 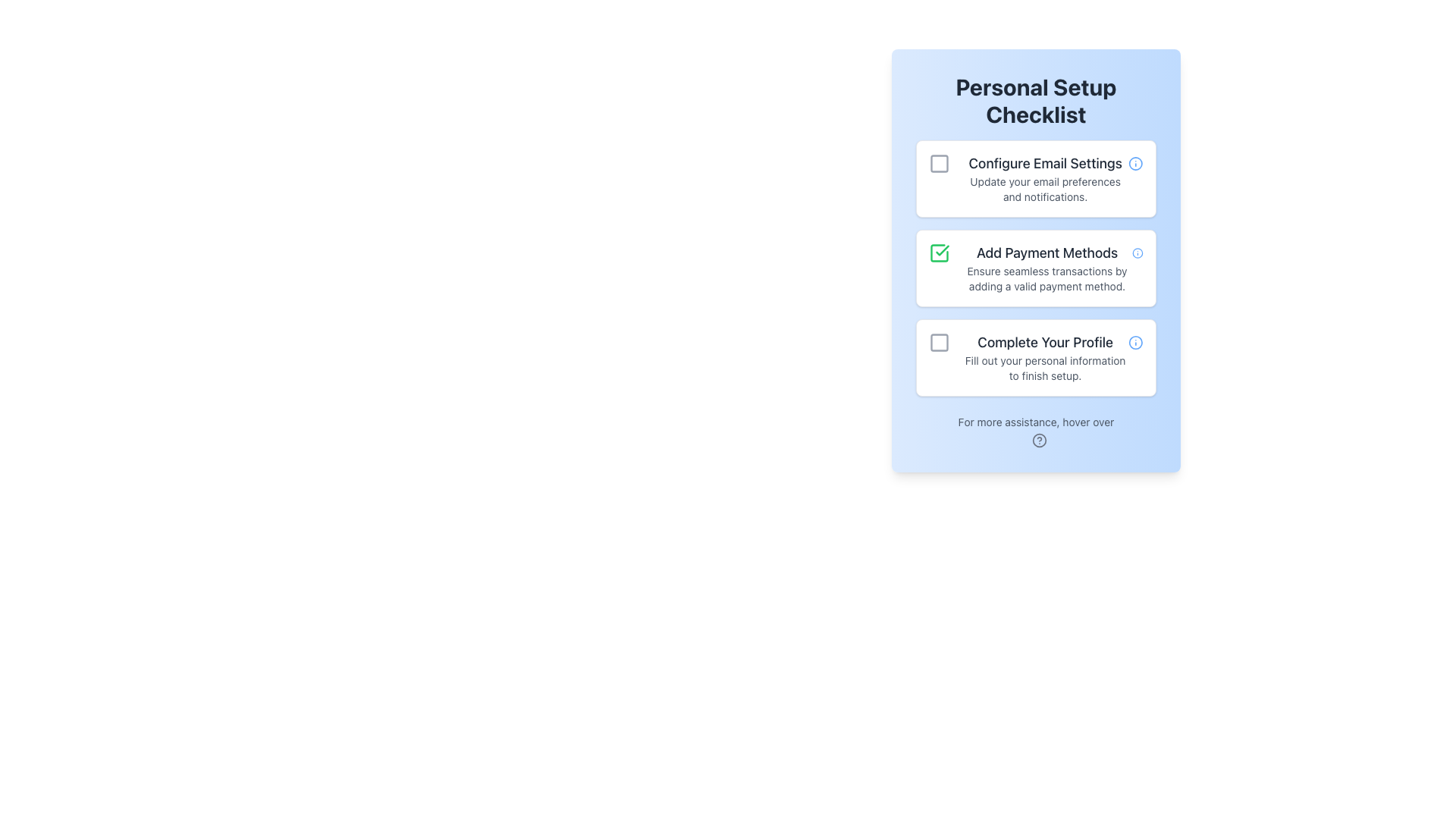 I want to click on the circular SVG graphic with a blue stroke, which is part of the information icon located in the top-right corner of the 'Configure Email Settings' checklist item, so click(x=1136, y=164).